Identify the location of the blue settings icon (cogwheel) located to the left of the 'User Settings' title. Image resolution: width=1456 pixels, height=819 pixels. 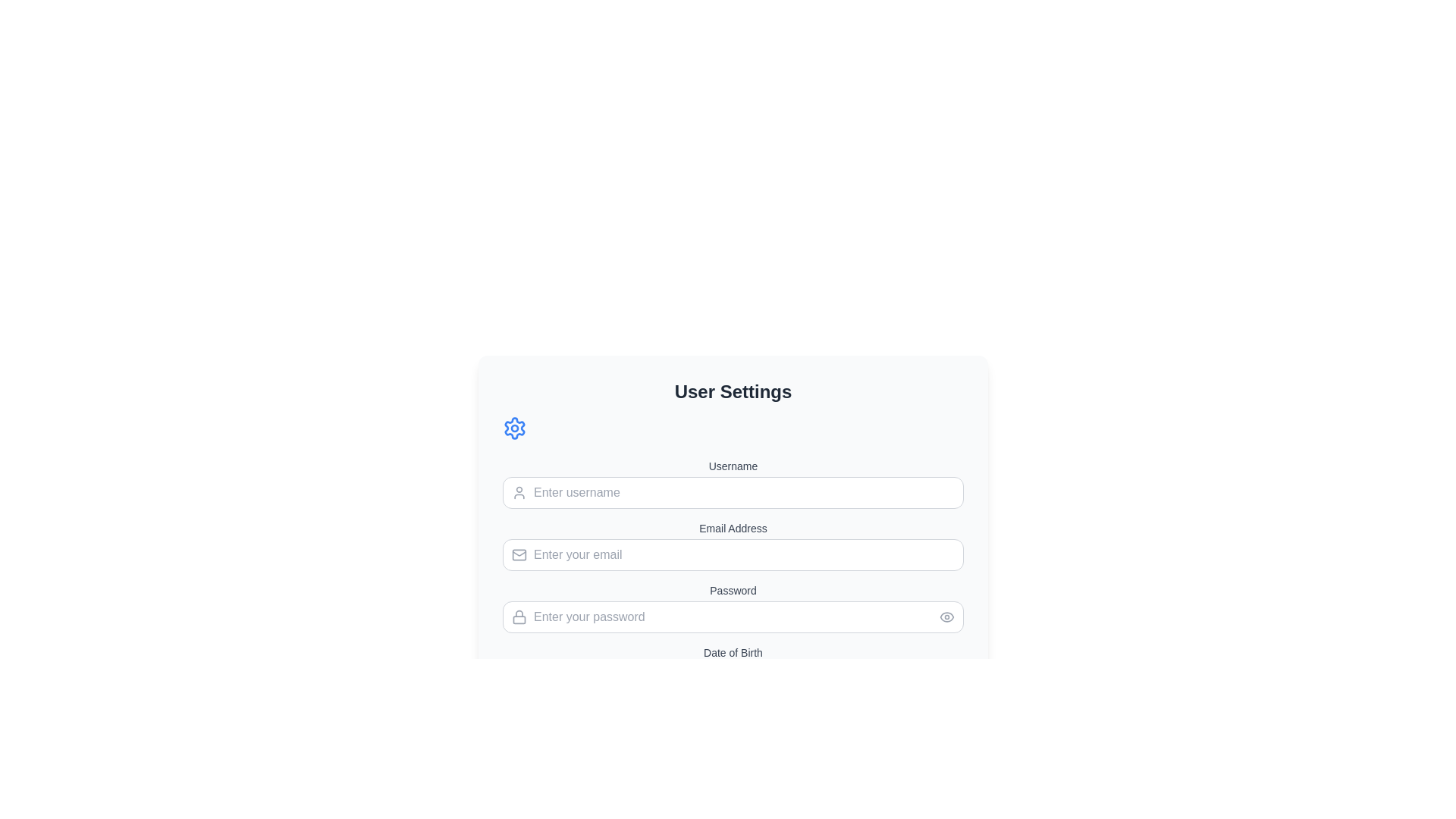
(514, 428).